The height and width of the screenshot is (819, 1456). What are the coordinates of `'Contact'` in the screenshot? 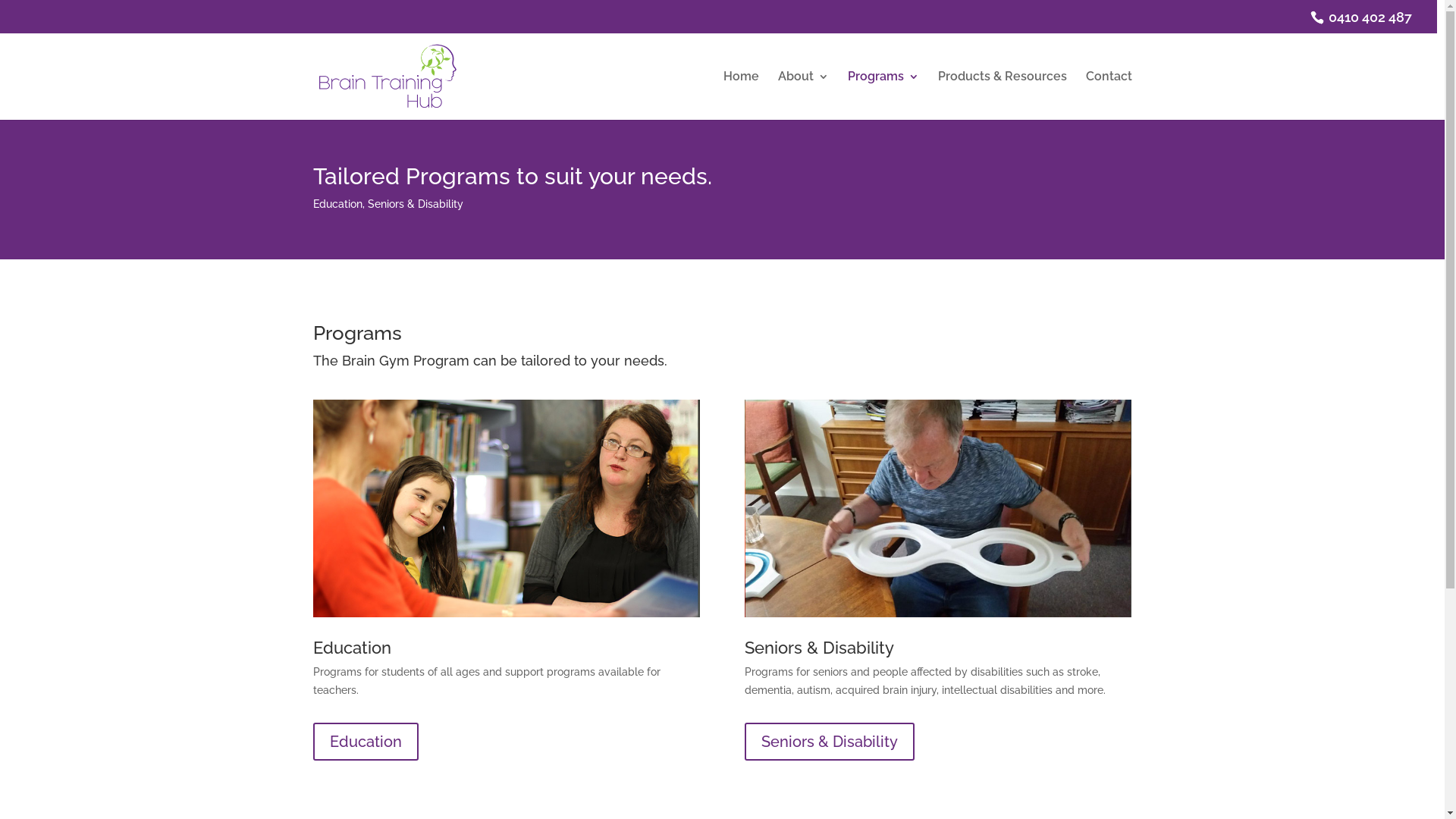 It's located at (1084, 96).